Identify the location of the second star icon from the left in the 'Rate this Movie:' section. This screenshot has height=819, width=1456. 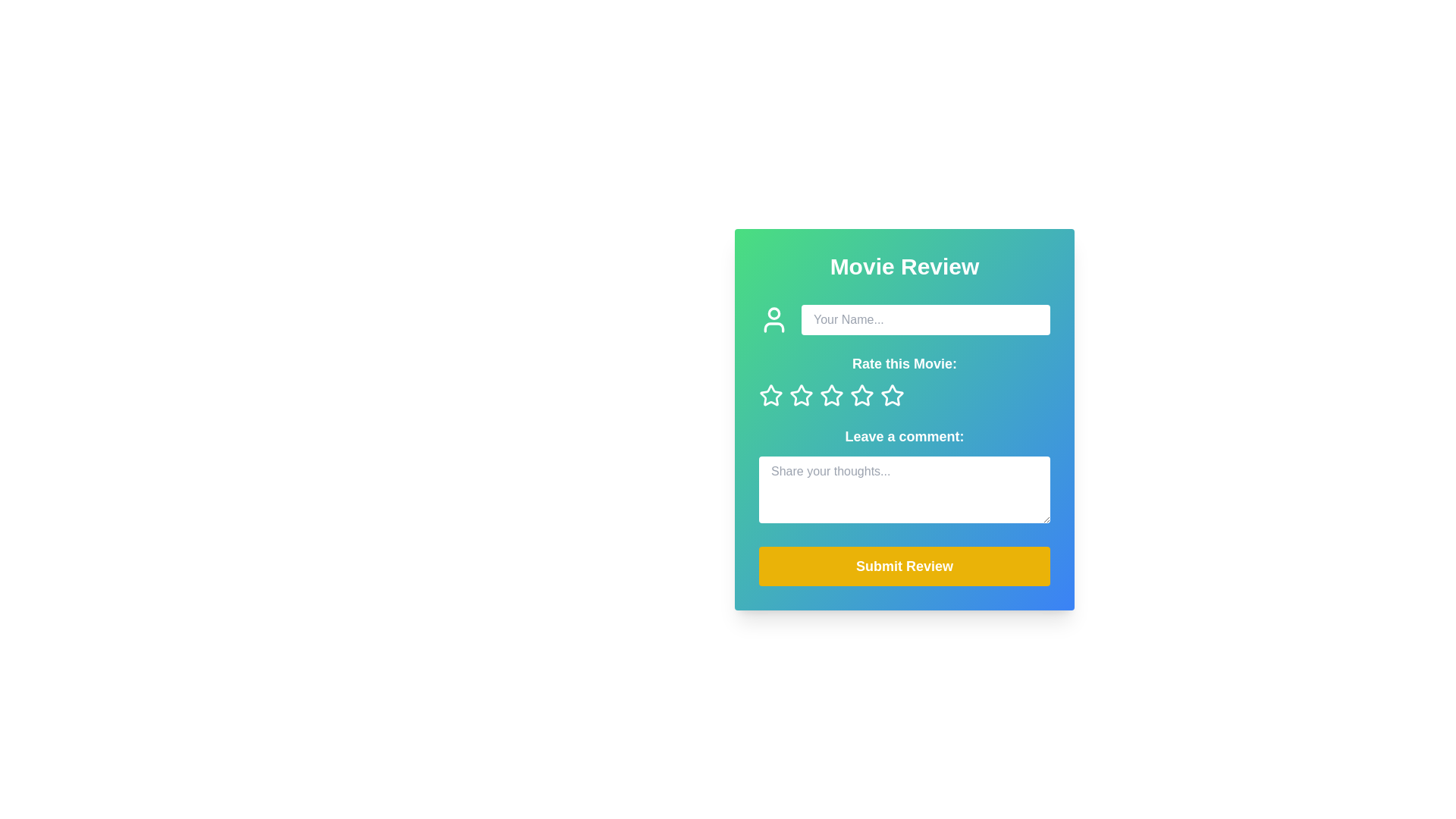
(800, 394).